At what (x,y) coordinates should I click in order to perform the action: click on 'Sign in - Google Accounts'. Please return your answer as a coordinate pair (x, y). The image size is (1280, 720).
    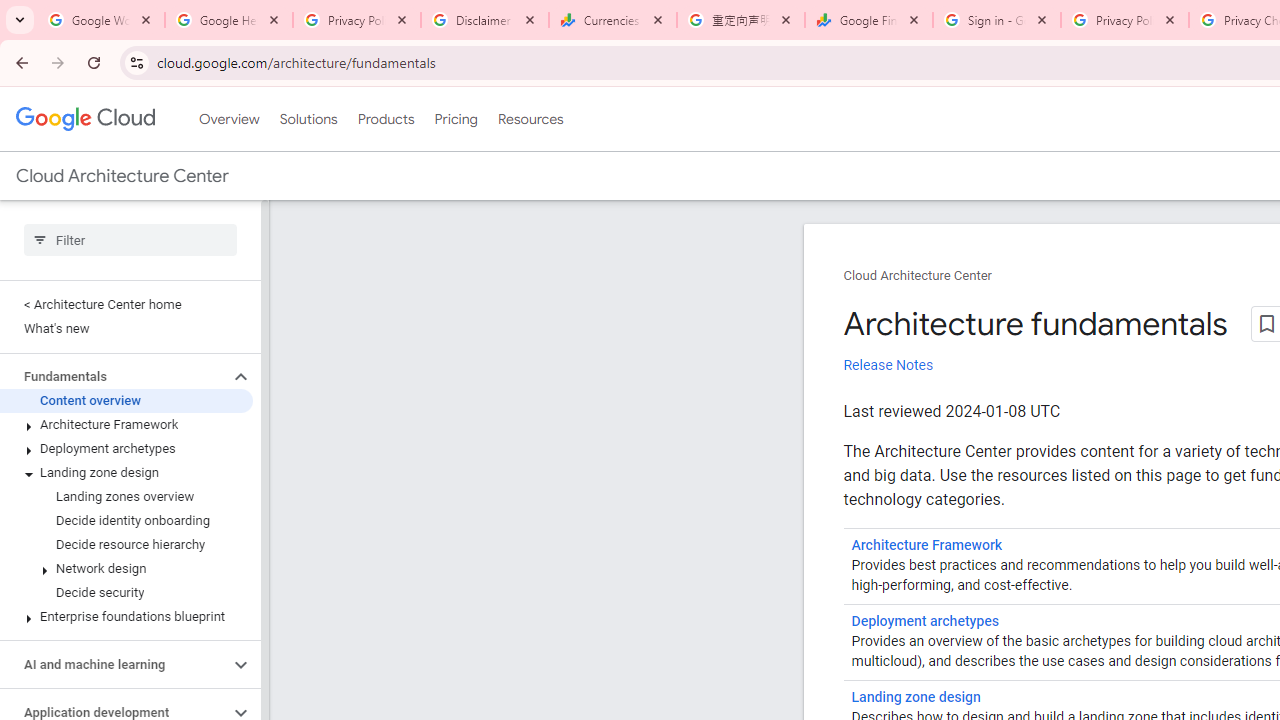
    Looking at the image, I should click on (997, 20).